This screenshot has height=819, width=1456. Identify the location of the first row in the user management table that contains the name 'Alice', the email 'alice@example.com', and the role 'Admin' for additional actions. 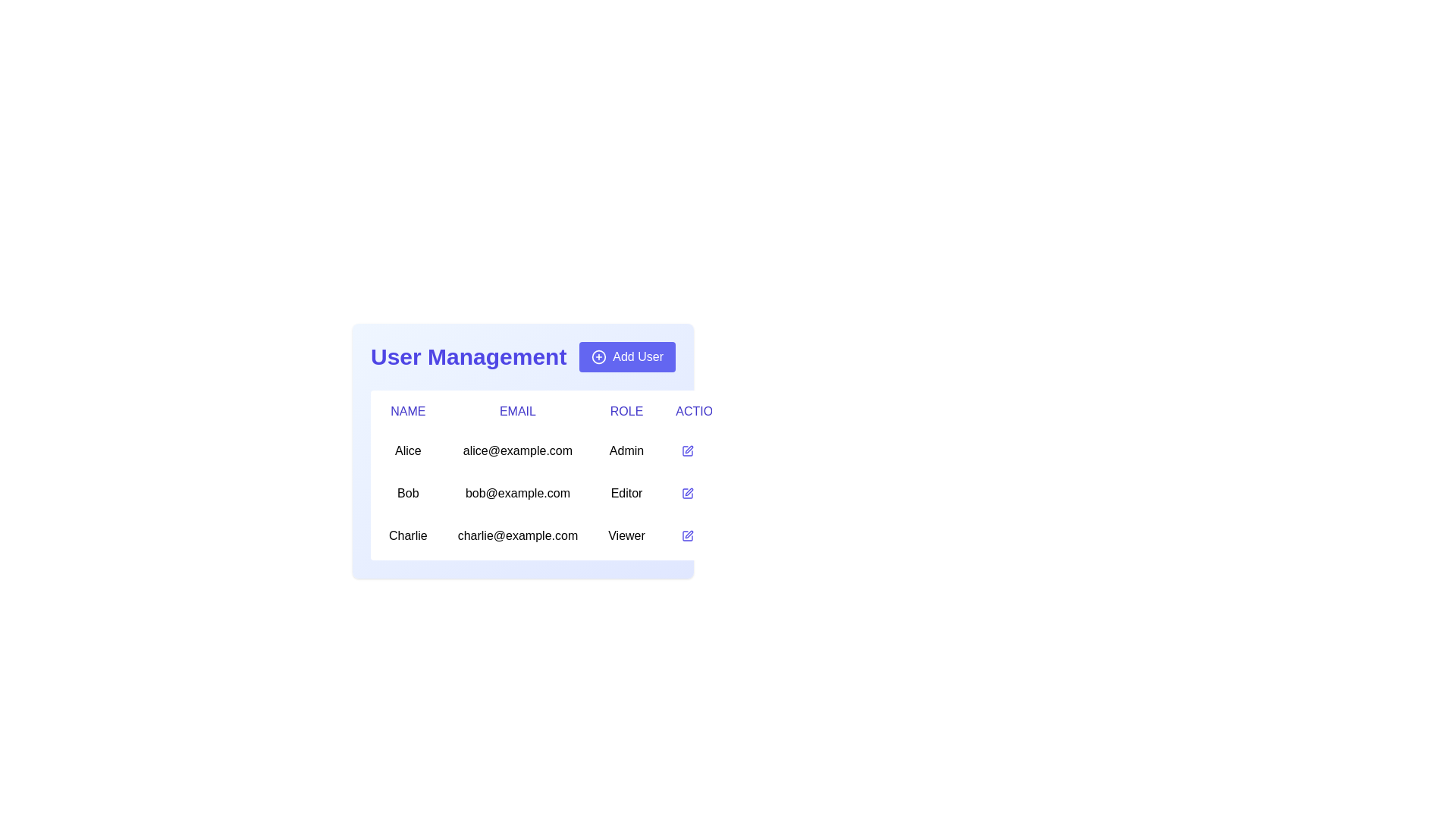
(558, 450).